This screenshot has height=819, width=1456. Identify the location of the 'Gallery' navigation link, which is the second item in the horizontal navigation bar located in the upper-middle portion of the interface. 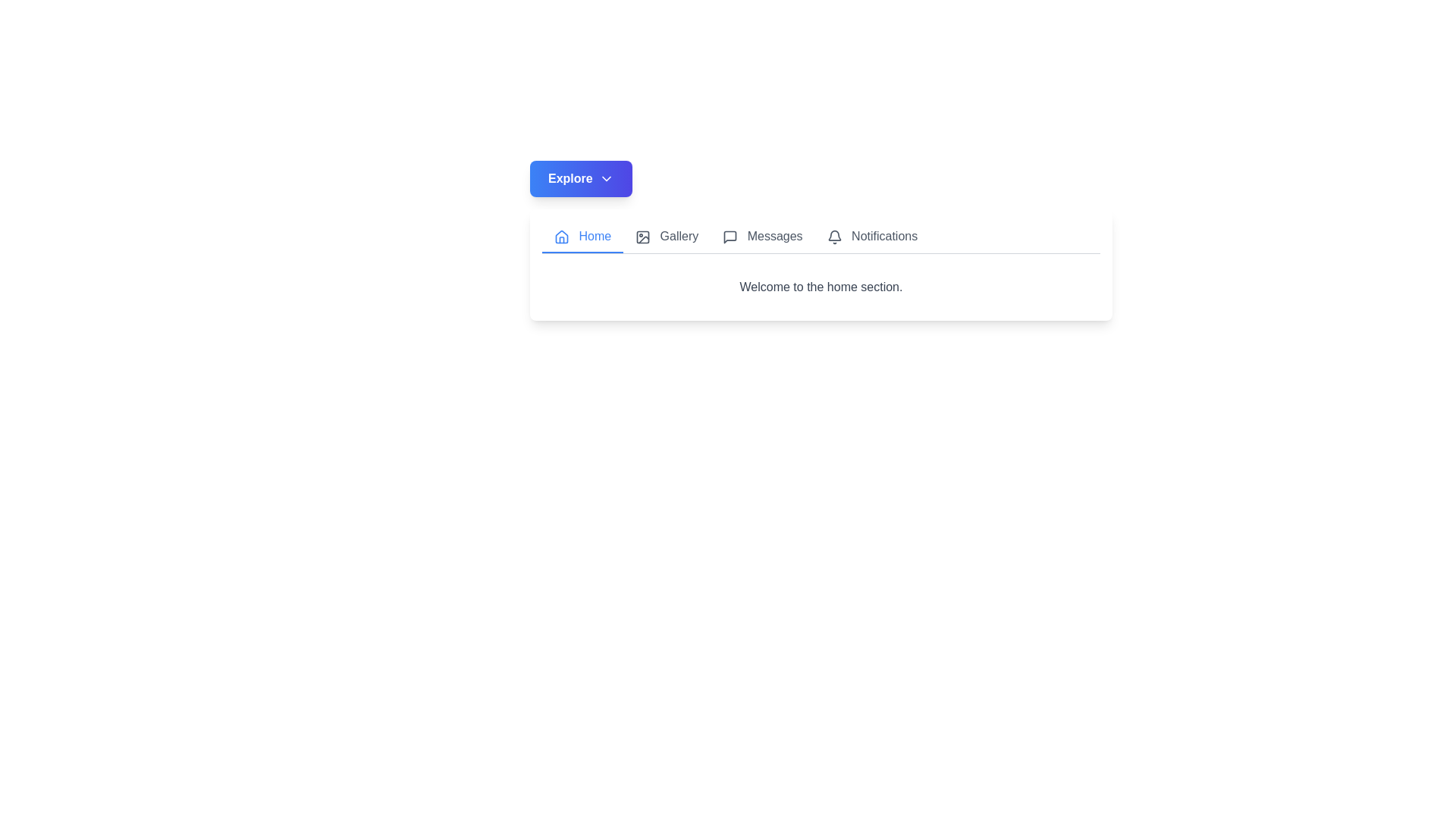
(667, 237).